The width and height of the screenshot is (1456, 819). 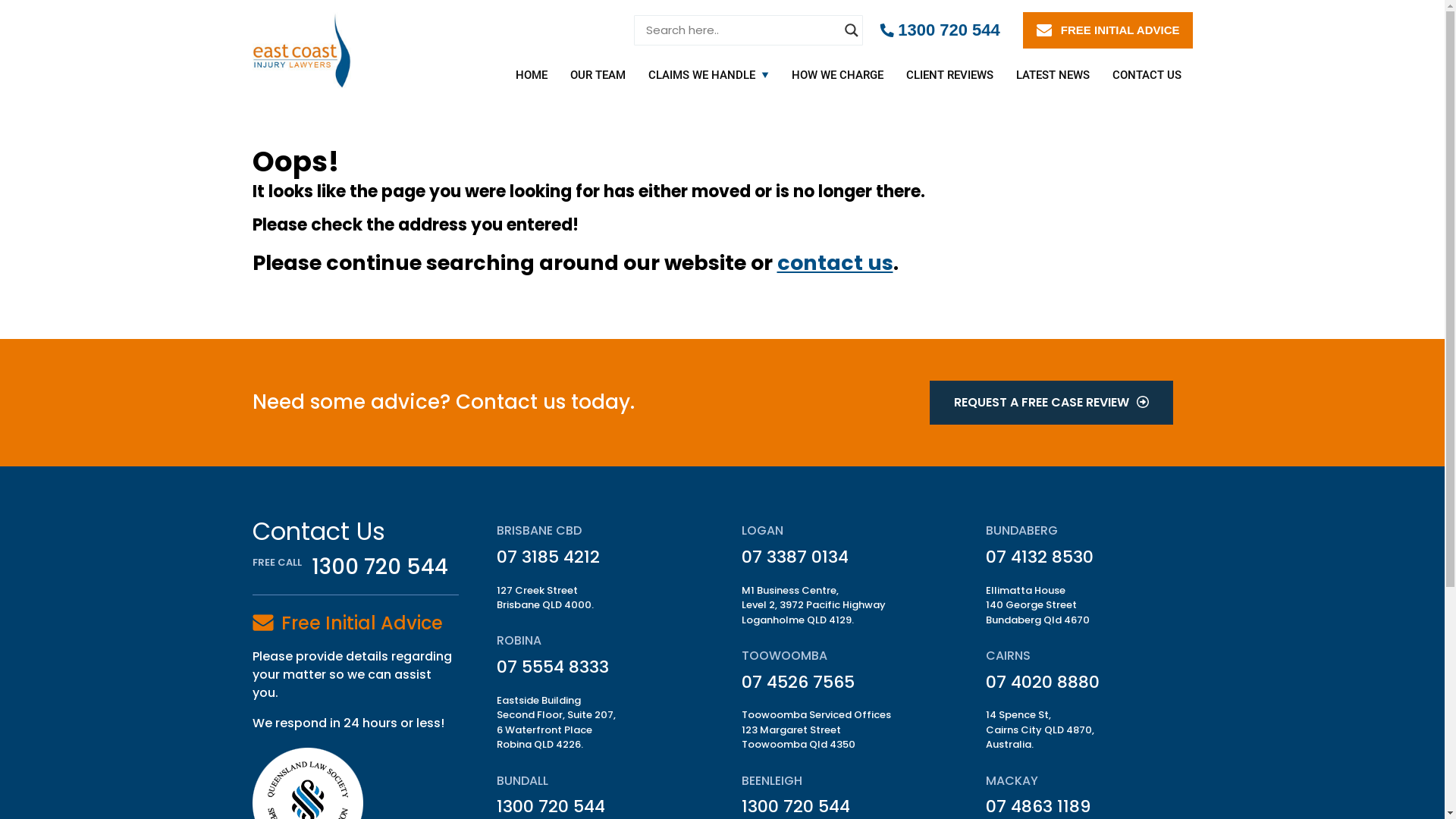 I want to click on '07 4526 7565', so click(x=742, y=681).